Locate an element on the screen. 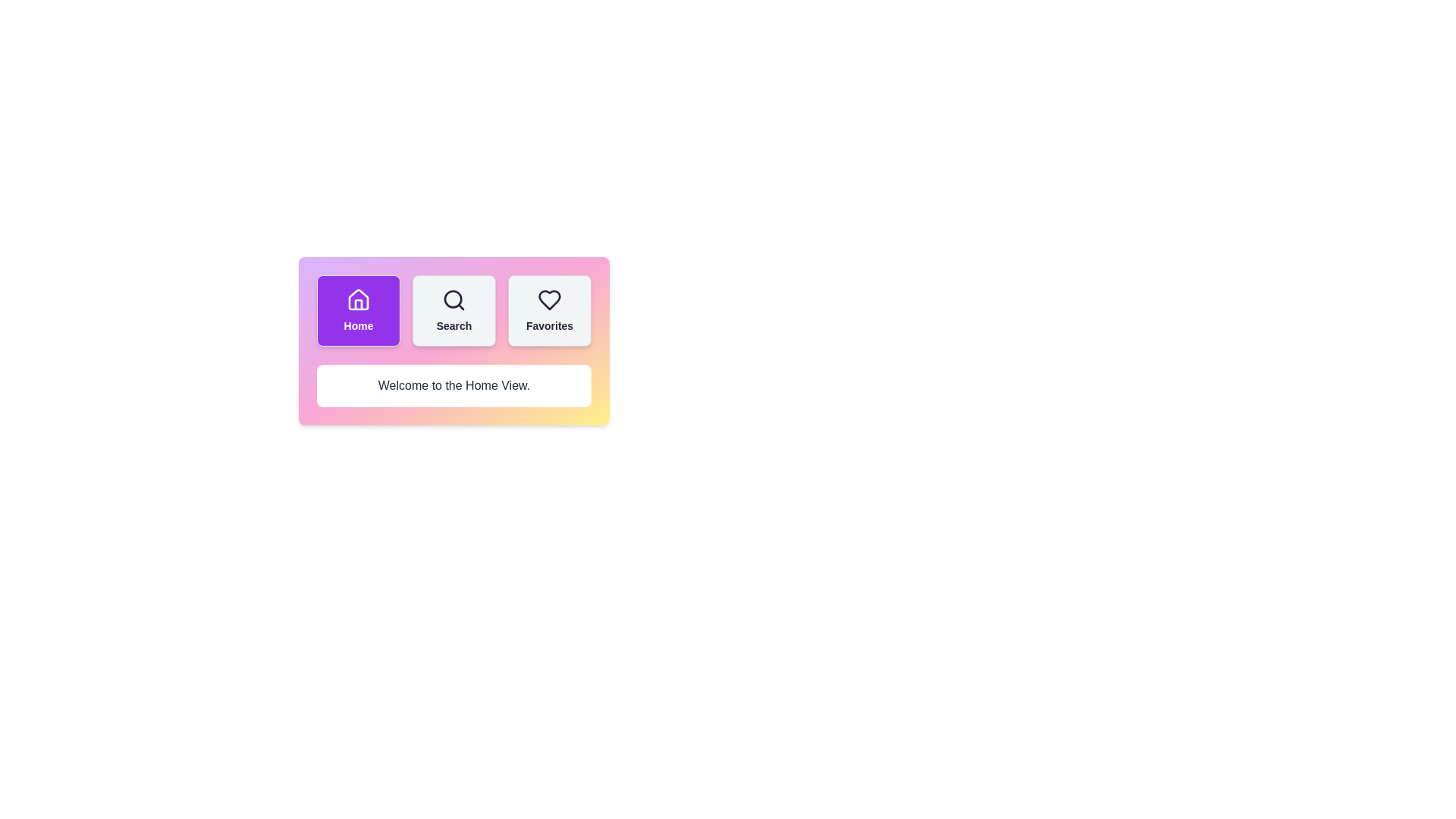 The width and height of the screenshot is (1456, 819). the center of the inner circle of the search button icon, which is located between the 'Home' button on the left and the 'Favorites' button on the right is located at coordinates (452, 299).